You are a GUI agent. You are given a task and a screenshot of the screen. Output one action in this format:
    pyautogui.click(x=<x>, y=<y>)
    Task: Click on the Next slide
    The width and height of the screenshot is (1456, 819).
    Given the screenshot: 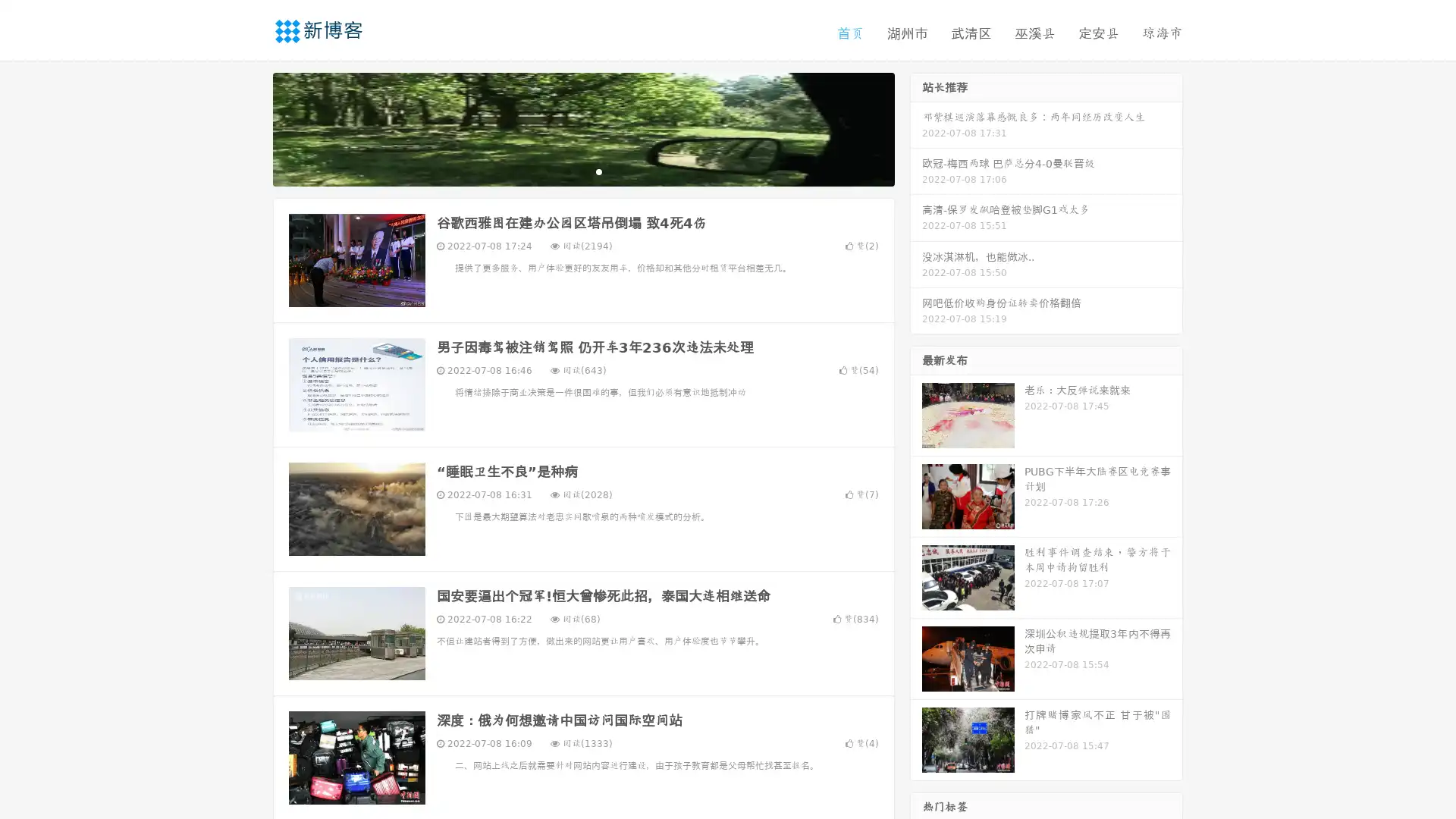 What is the action you would take?
    pyautogui.click(x=916, y=127)
    